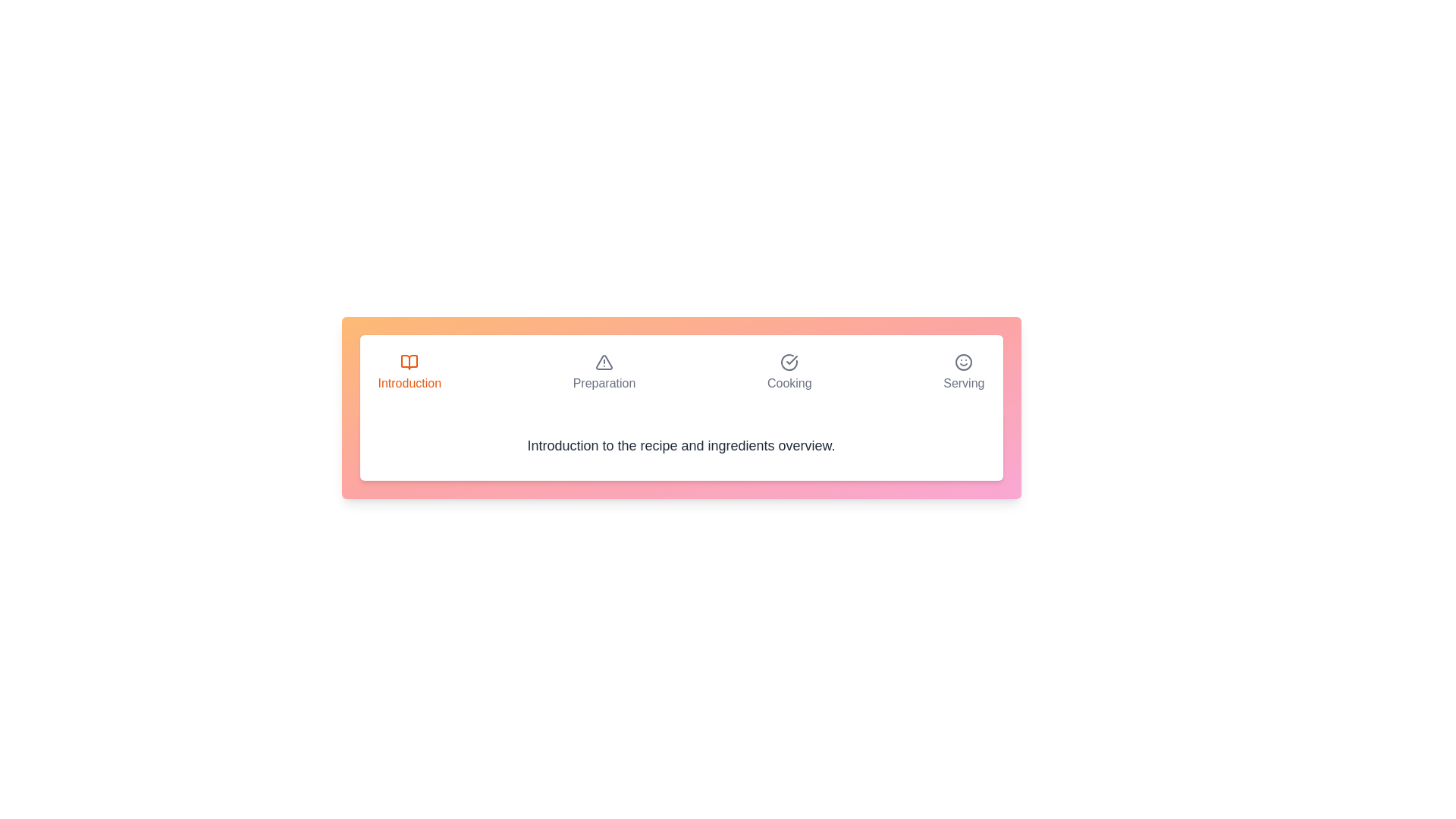  Describe the element at coordinates (963, 373) in the screenshot. I see `the tab labeled Serving` at that location.